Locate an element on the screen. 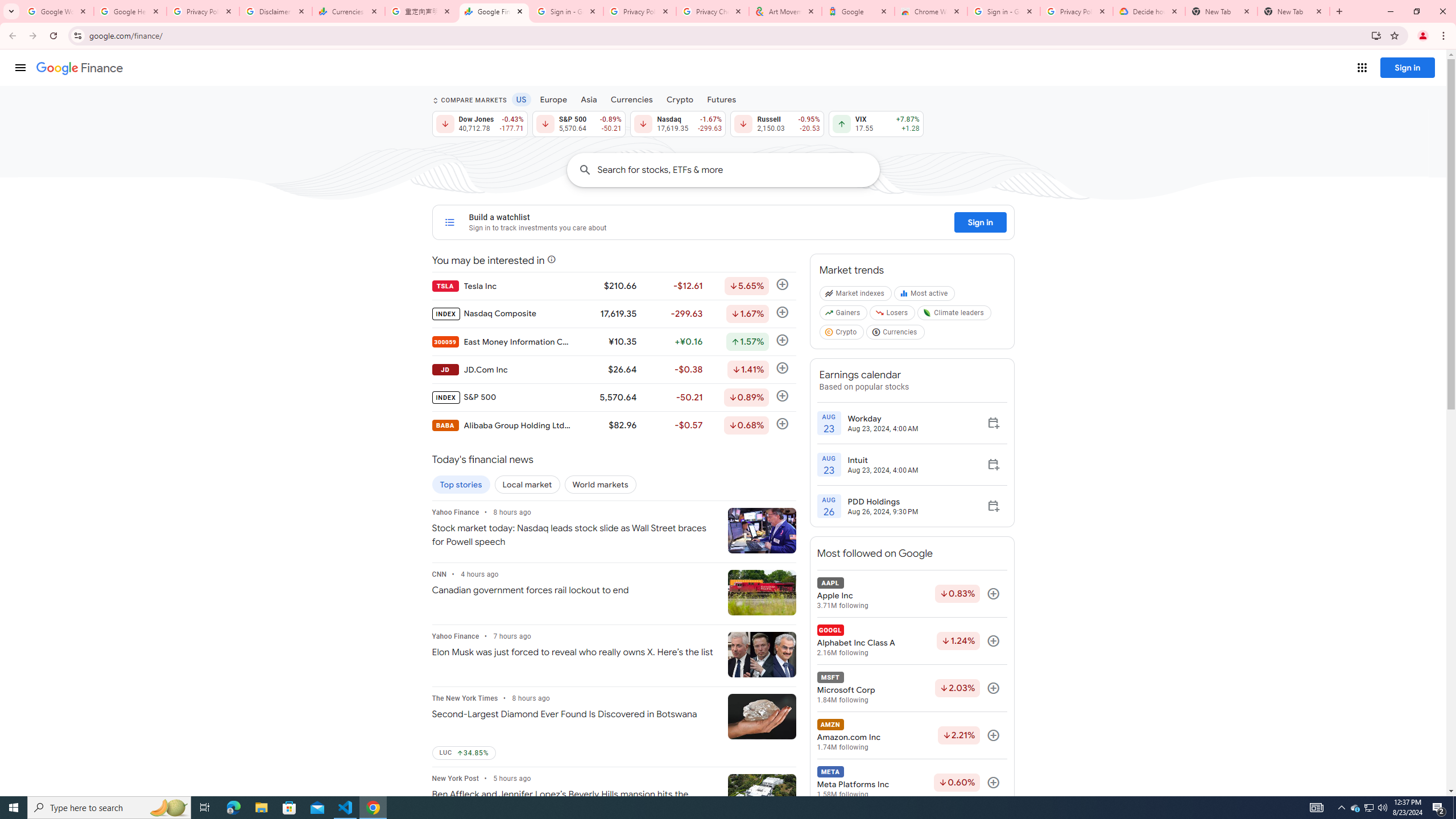  'GLeaf logo' is located at coordinates (927, 312).